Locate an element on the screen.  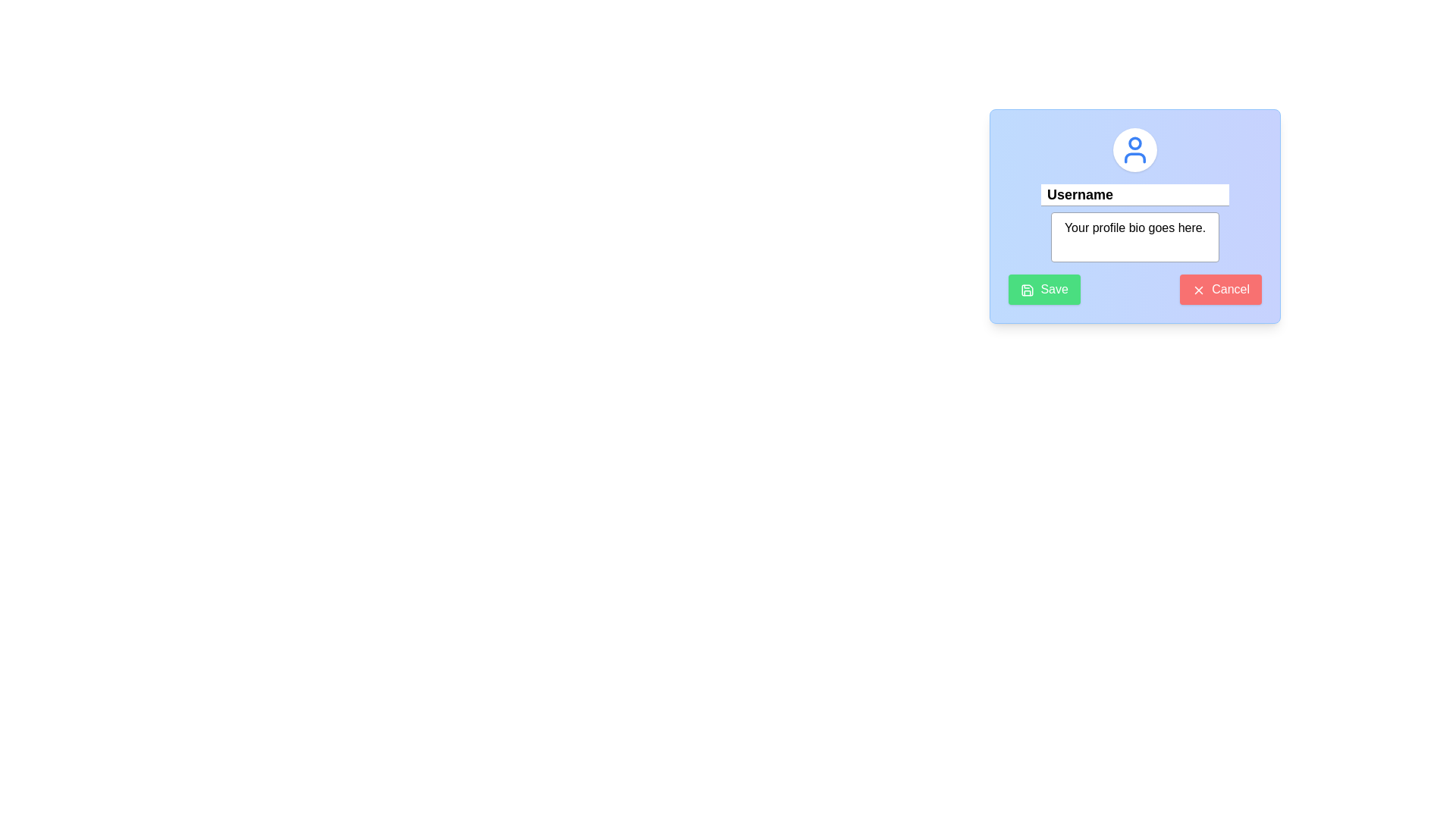
the user profile icon SVG located at the center of the circular background in the top-middle of the modal dialog box is located at coordinates (1135, 149).